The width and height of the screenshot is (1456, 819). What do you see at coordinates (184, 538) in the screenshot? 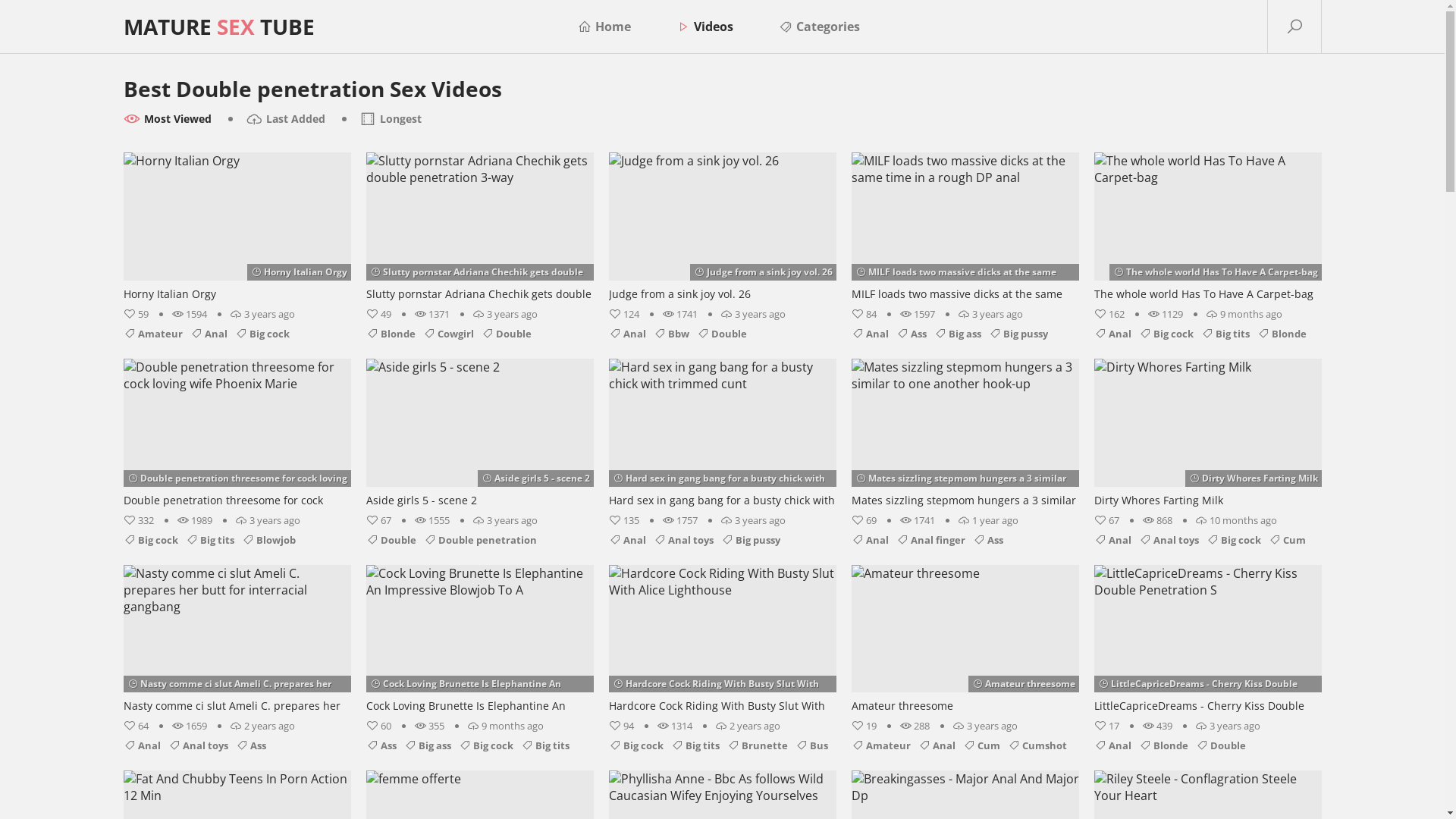
I see `'Big tits'` at bounding box center [184, 538].